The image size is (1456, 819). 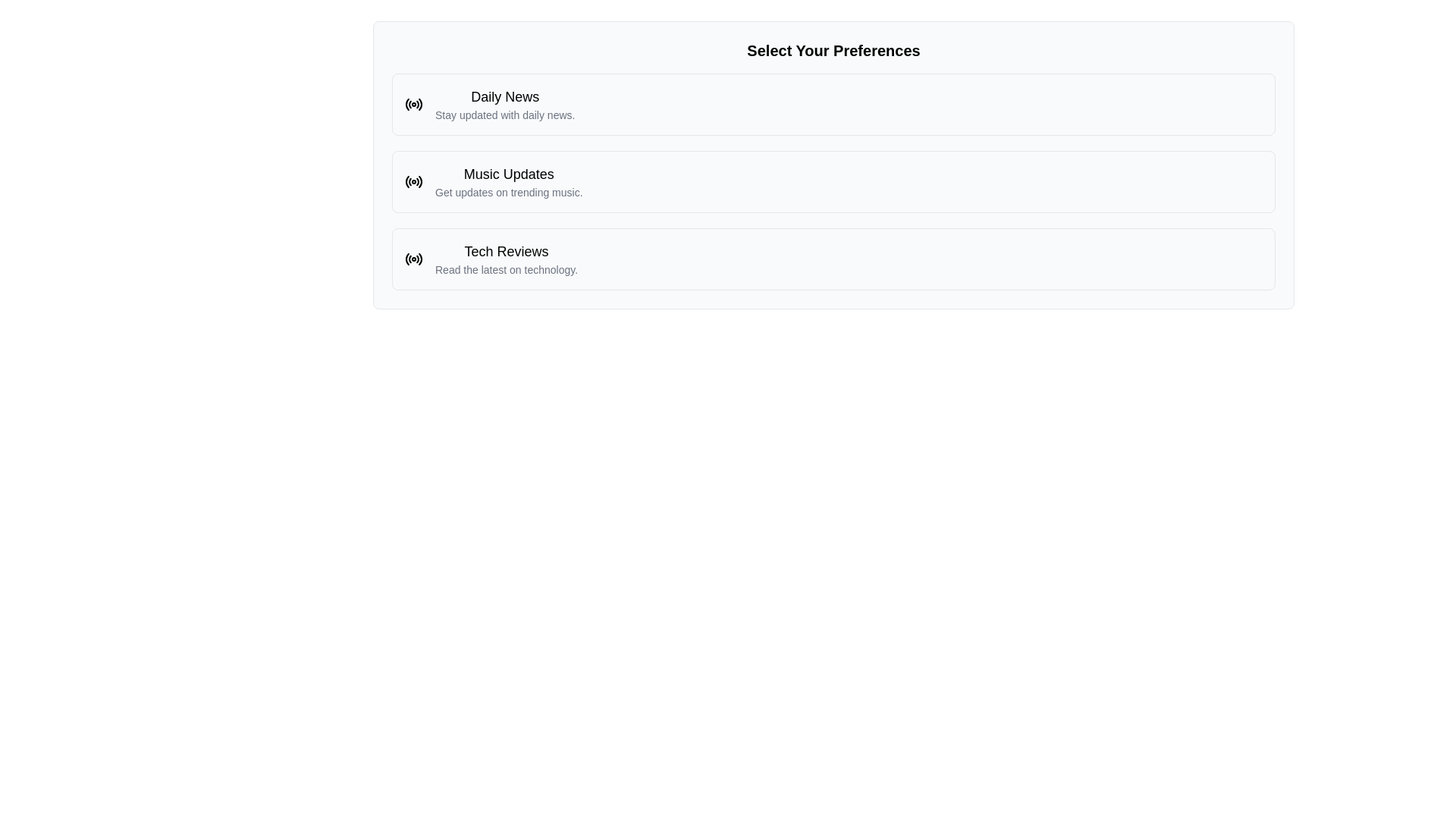 I want to click on the selectable option for technology reviews and updates, which is the third element in a vertical list below 'Daily News' and 'Music Updates', so click(x=506, y=259).